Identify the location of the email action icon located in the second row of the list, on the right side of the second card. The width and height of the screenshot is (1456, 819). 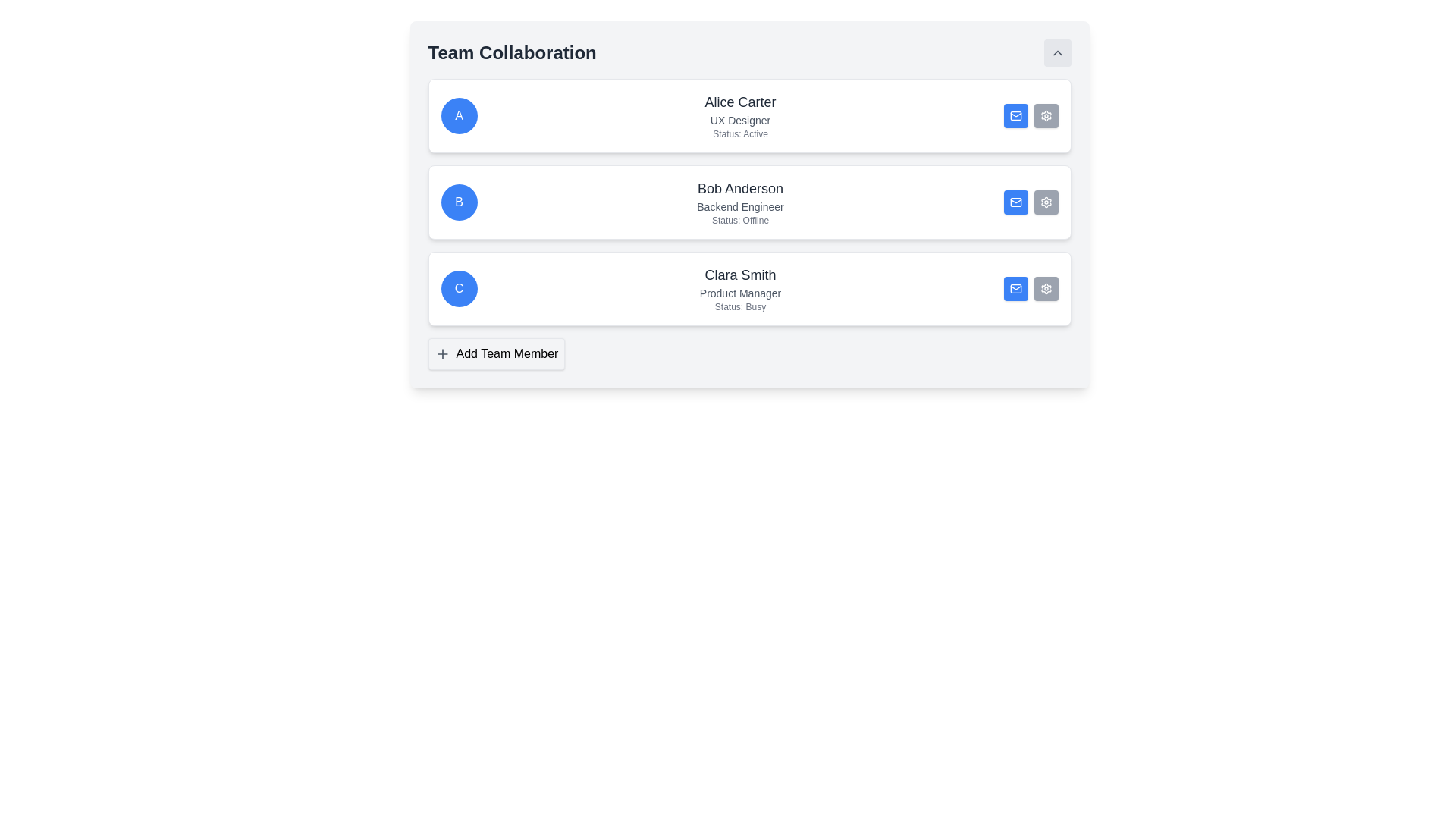
(1015, 201).